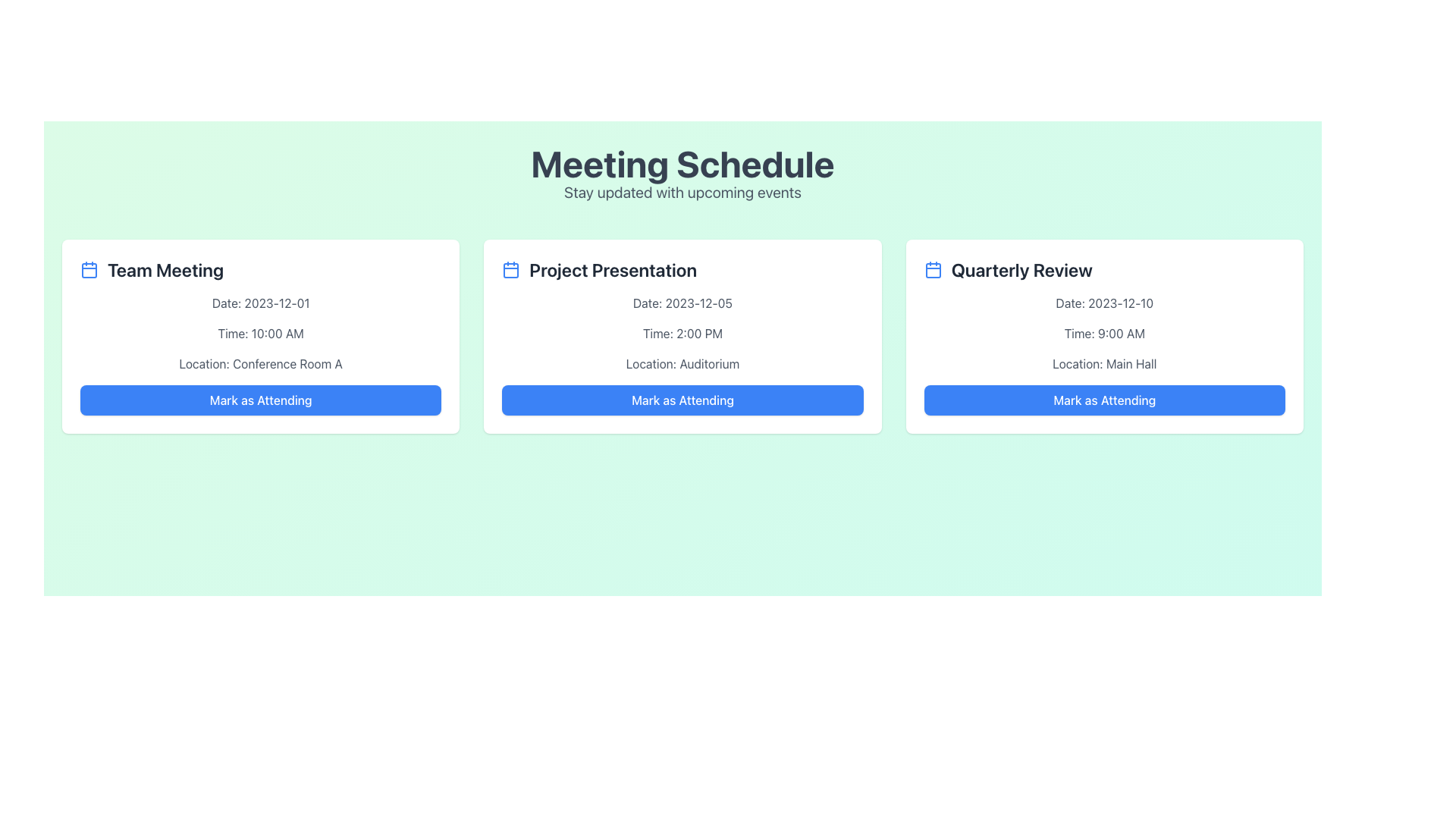  What do you see at coordinates (261, 332) in the screenshot?
I see `the static text label displaying 'Time: 10:00 AM' in the 'Team Meeting' event card, which is positioned between the date and location details` at bounding box center [261, 332].